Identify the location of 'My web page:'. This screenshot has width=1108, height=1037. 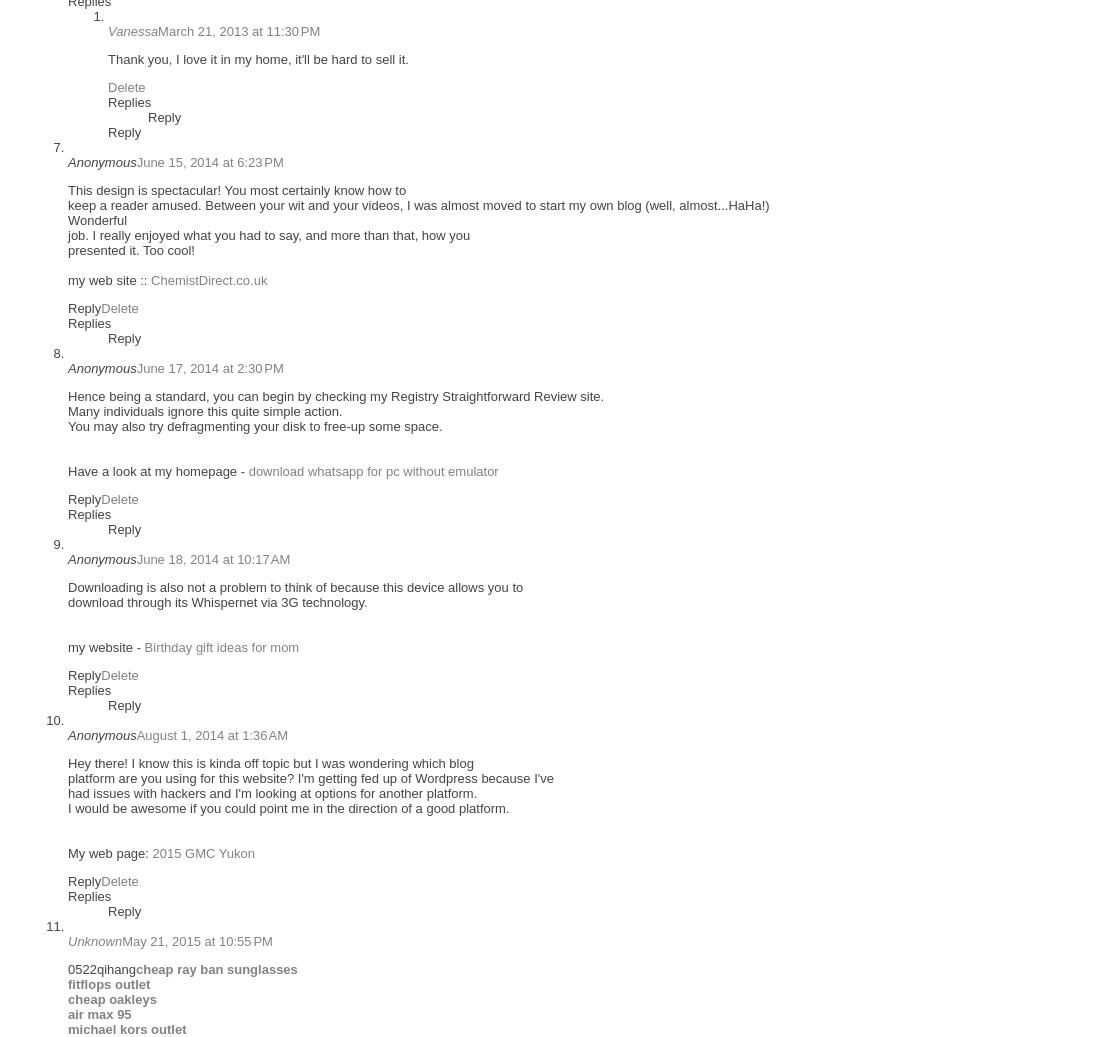
(67, 853).